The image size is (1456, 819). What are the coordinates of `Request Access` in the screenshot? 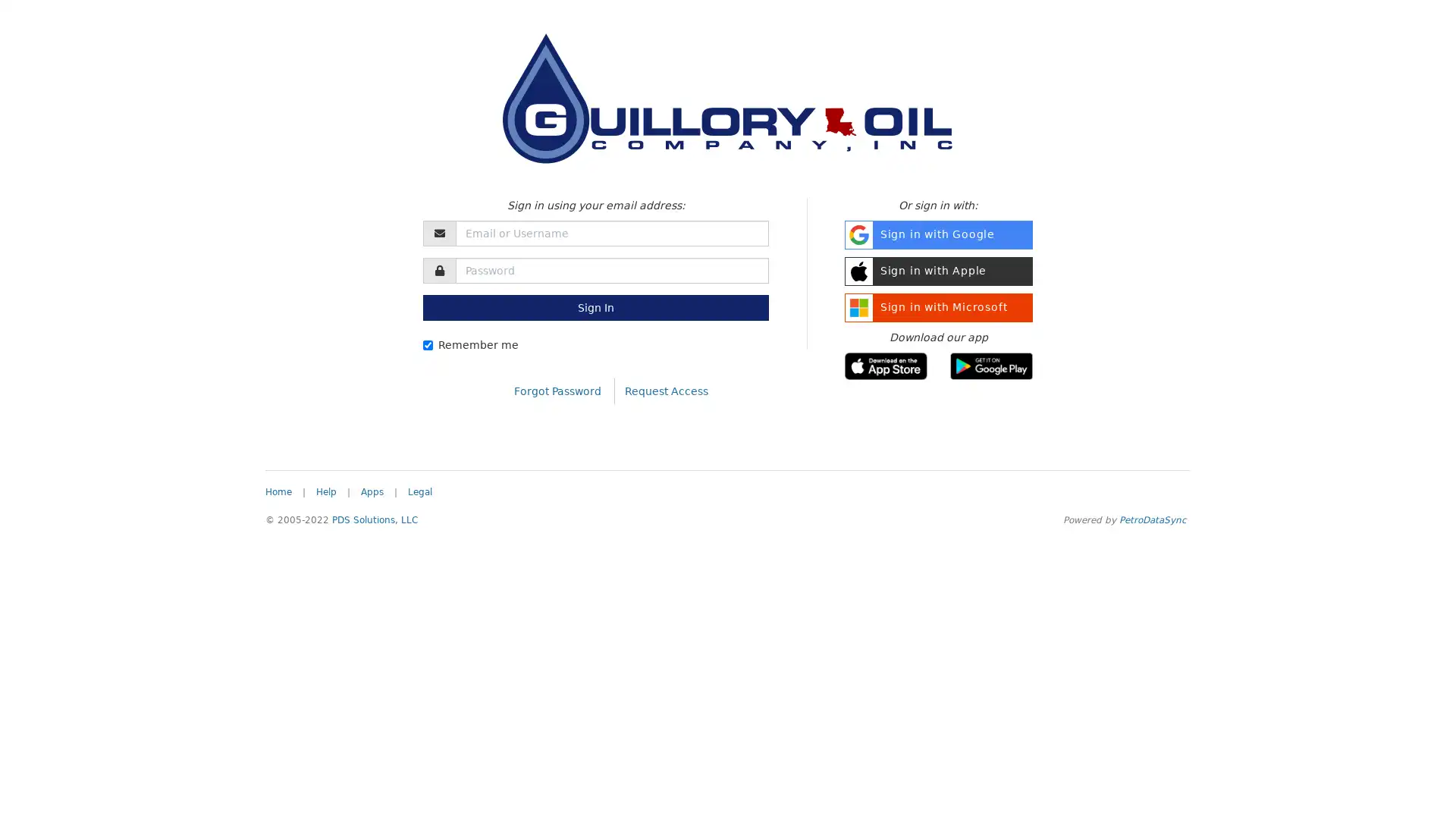 It's located at (666, 390).